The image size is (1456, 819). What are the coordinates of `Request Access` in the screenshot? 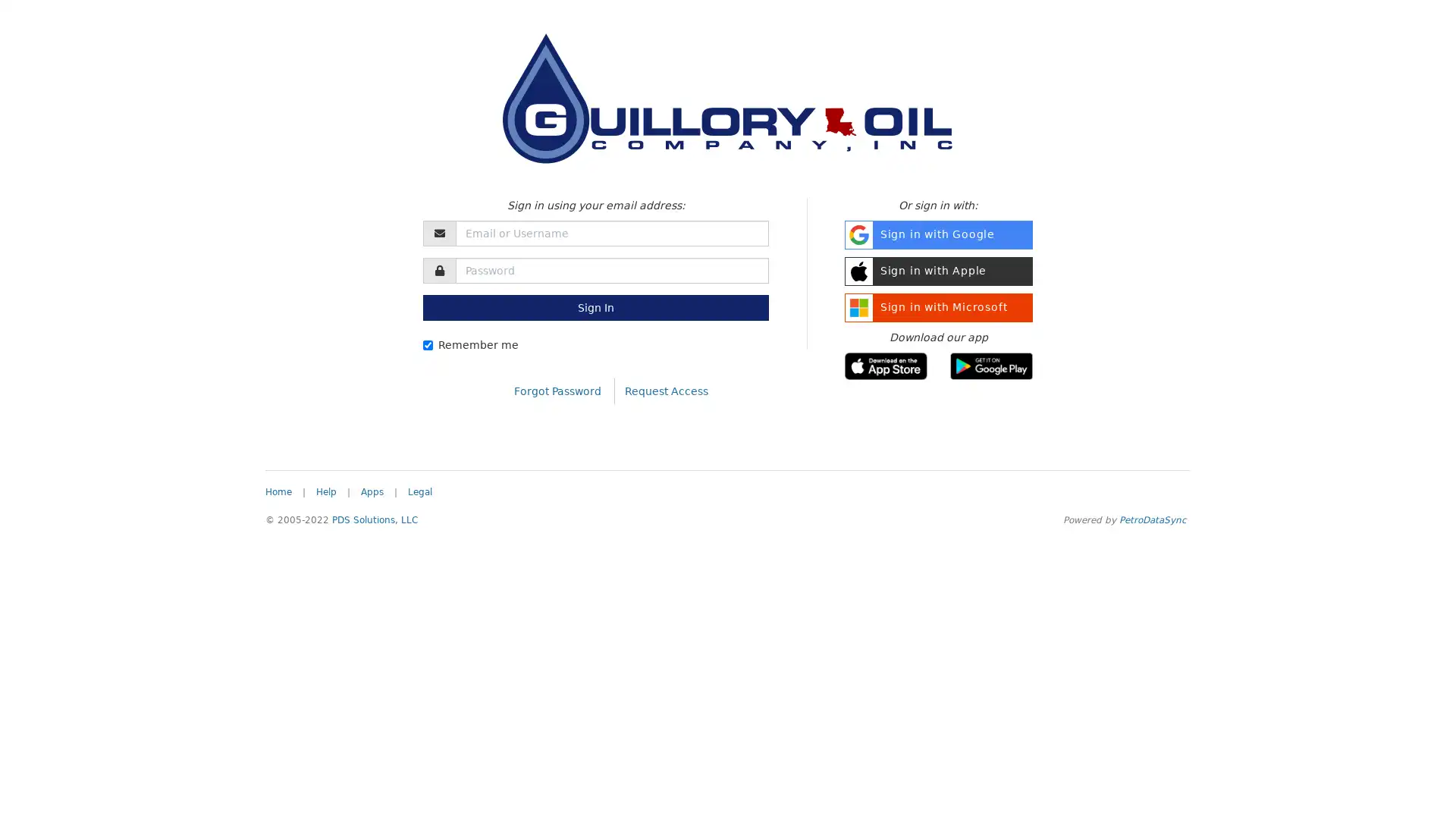 It's located at (666, 390).